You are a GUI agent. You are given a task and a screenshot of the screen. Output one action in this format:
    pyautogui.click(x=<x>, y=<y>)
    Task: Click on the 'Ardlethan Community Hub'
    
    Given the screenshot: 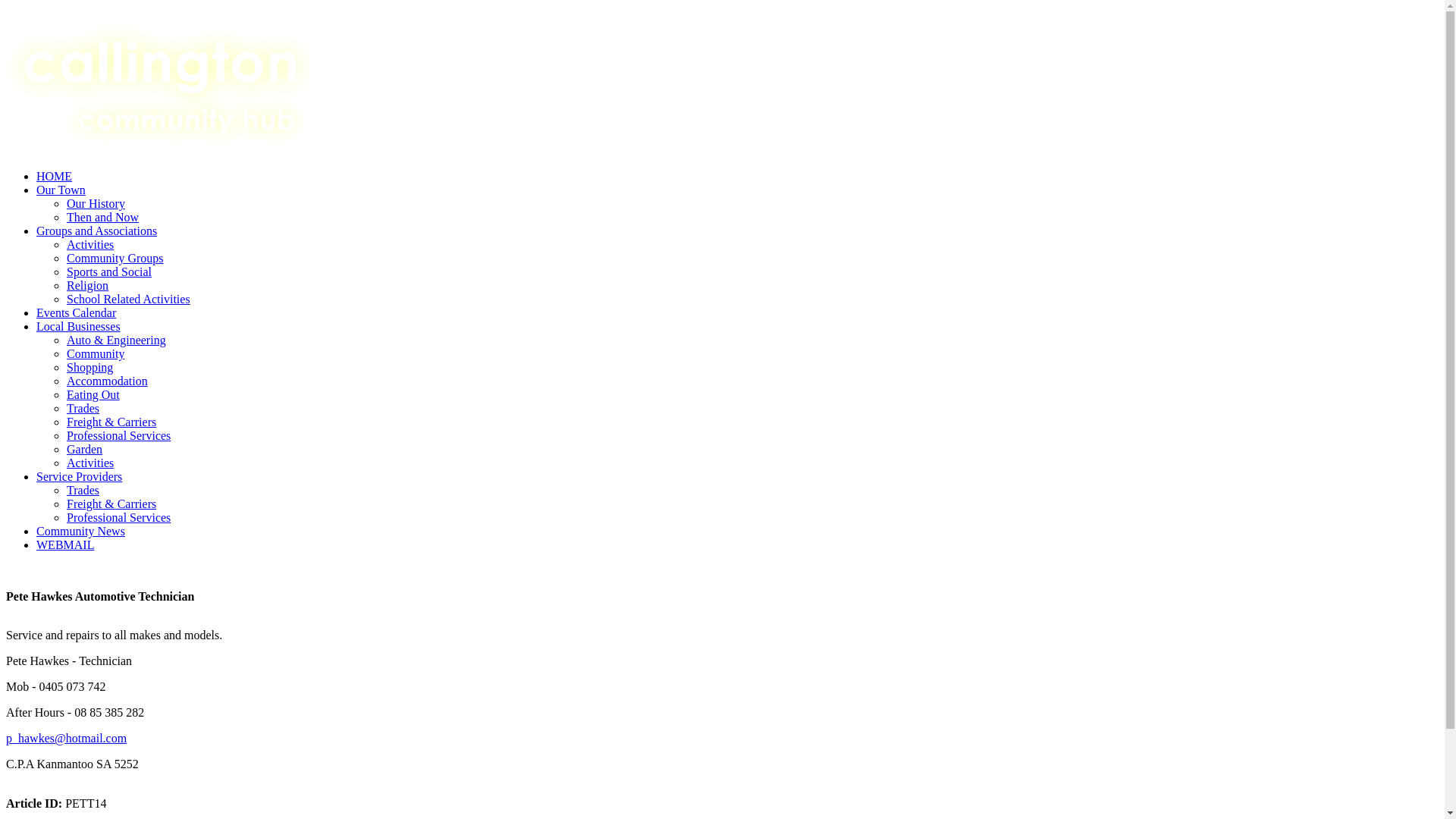 What is the action you would take?
    pyautogui.click(x=157, y=82)
    